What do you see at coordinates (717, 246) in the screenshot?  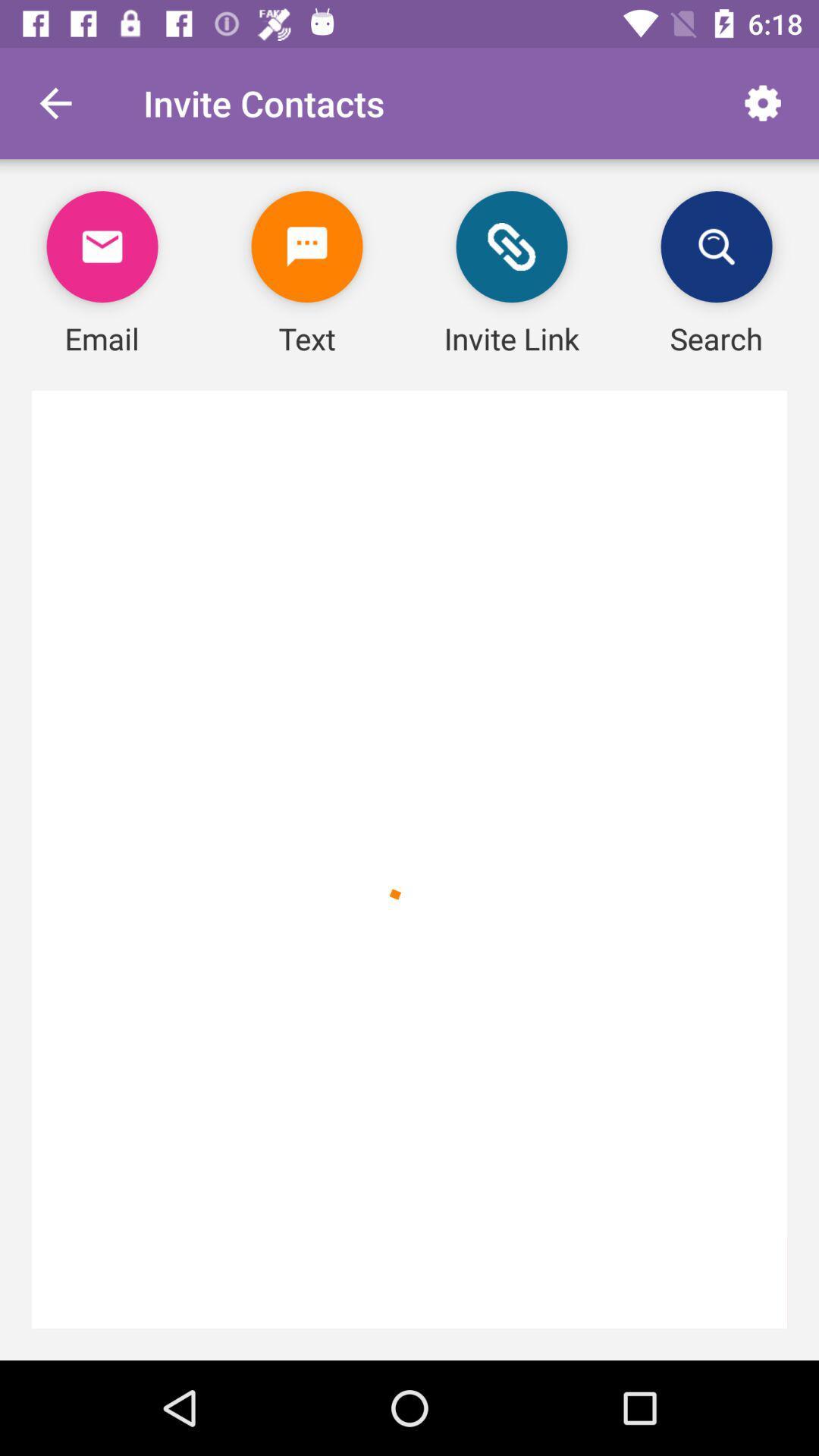 I see `the search icon` at bounding box center [717, 246].